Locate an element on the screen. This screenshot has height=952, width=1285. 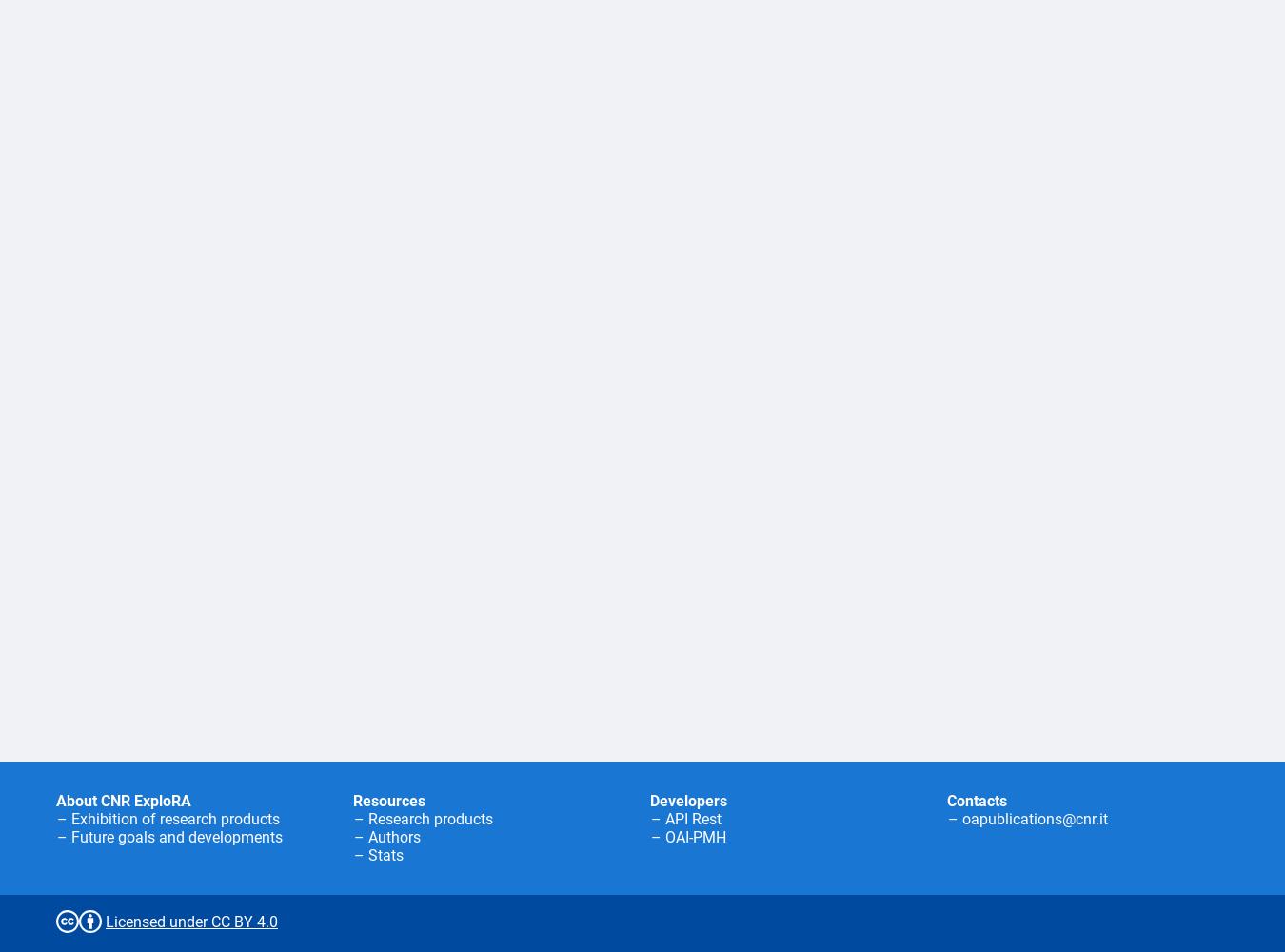
'Licensed under CC BY 4.0' is located at coordinates (191, 921).